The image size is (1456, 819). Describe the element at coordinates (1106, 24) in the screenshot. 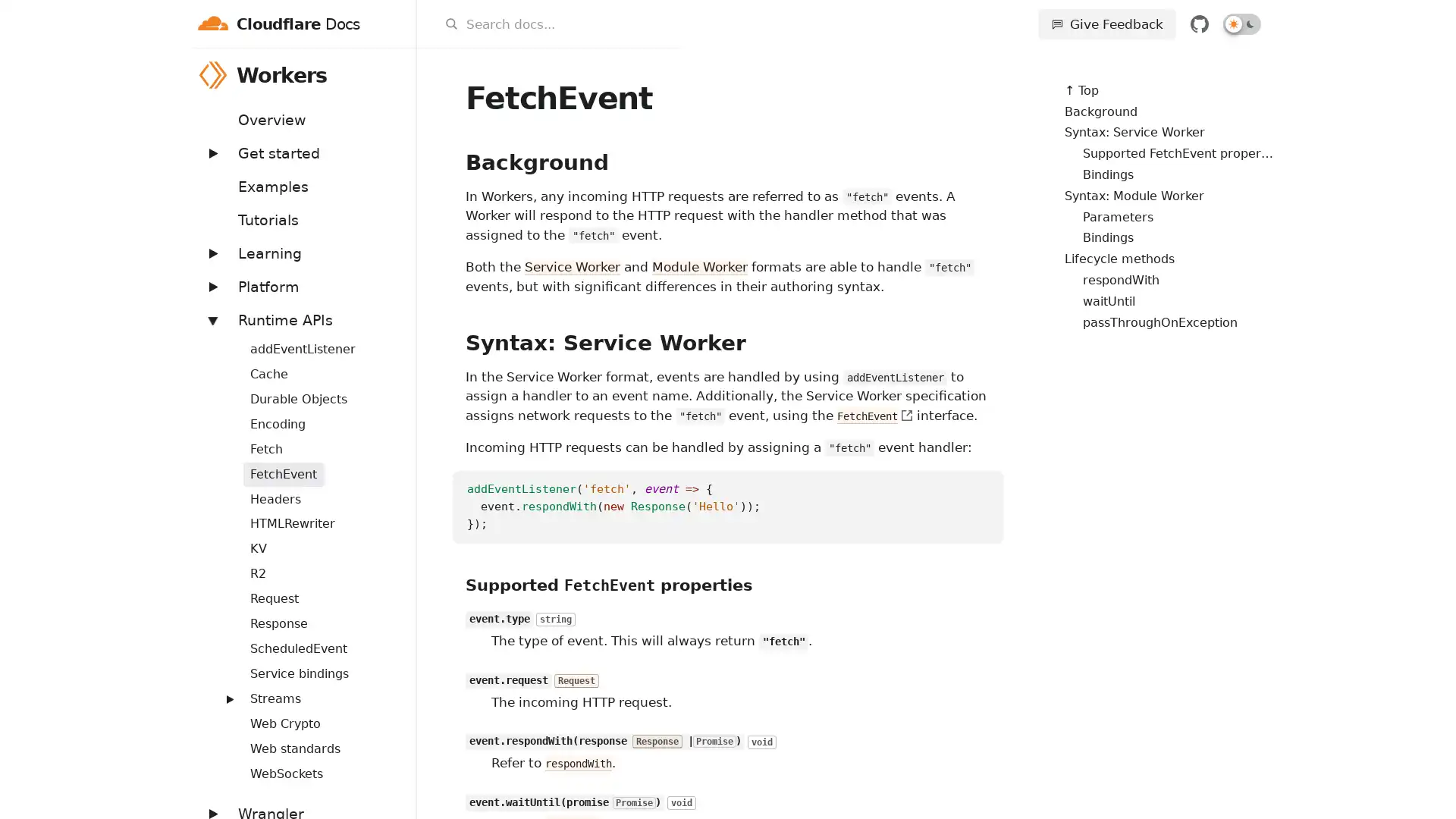

I see `Give Feedback` at that location.